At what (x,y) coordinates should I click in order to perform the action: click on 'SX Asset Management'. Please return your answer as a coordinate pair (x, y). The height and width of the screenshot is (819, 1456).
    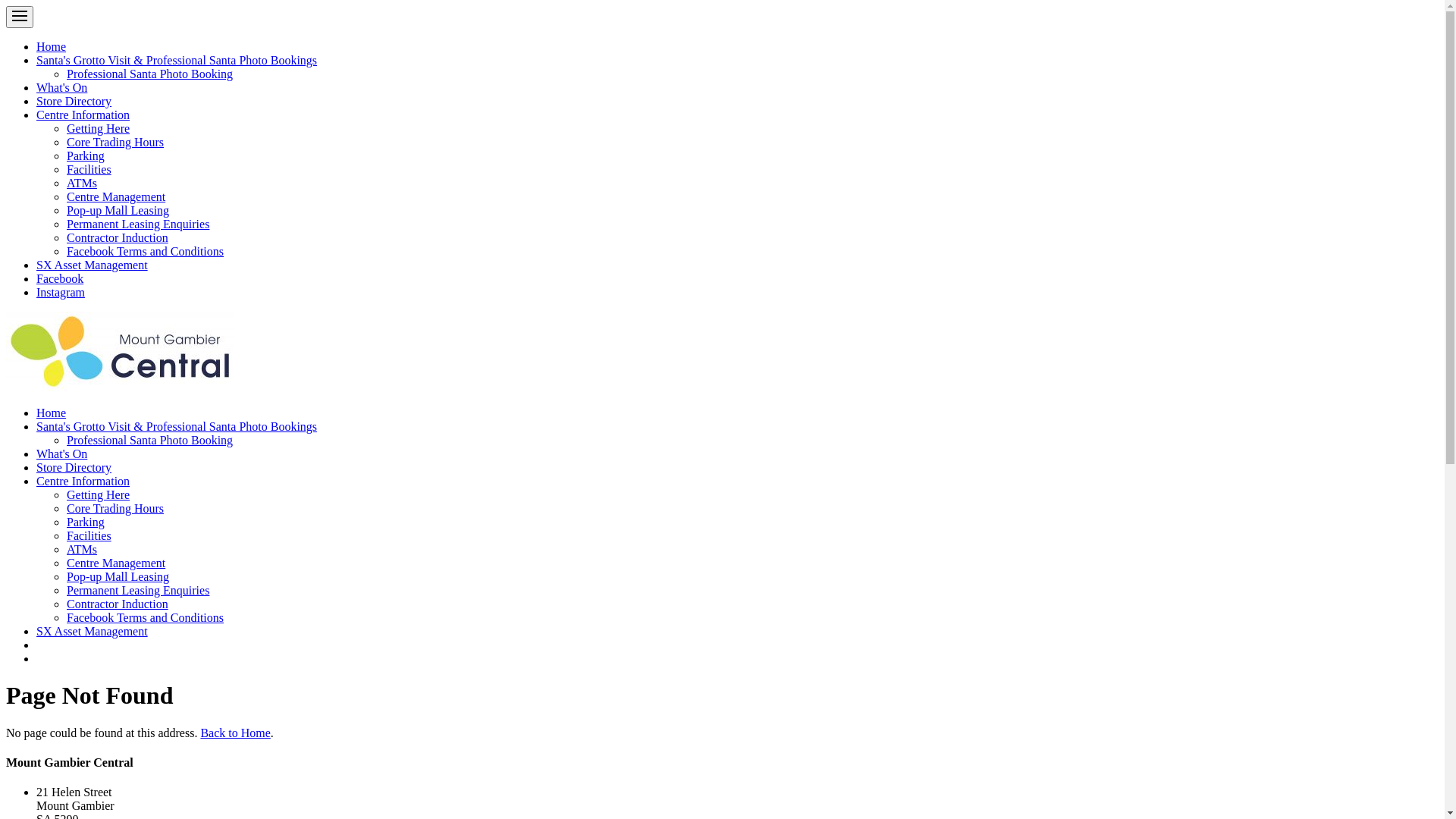
    Looking at the image, I should click on (91, 264).